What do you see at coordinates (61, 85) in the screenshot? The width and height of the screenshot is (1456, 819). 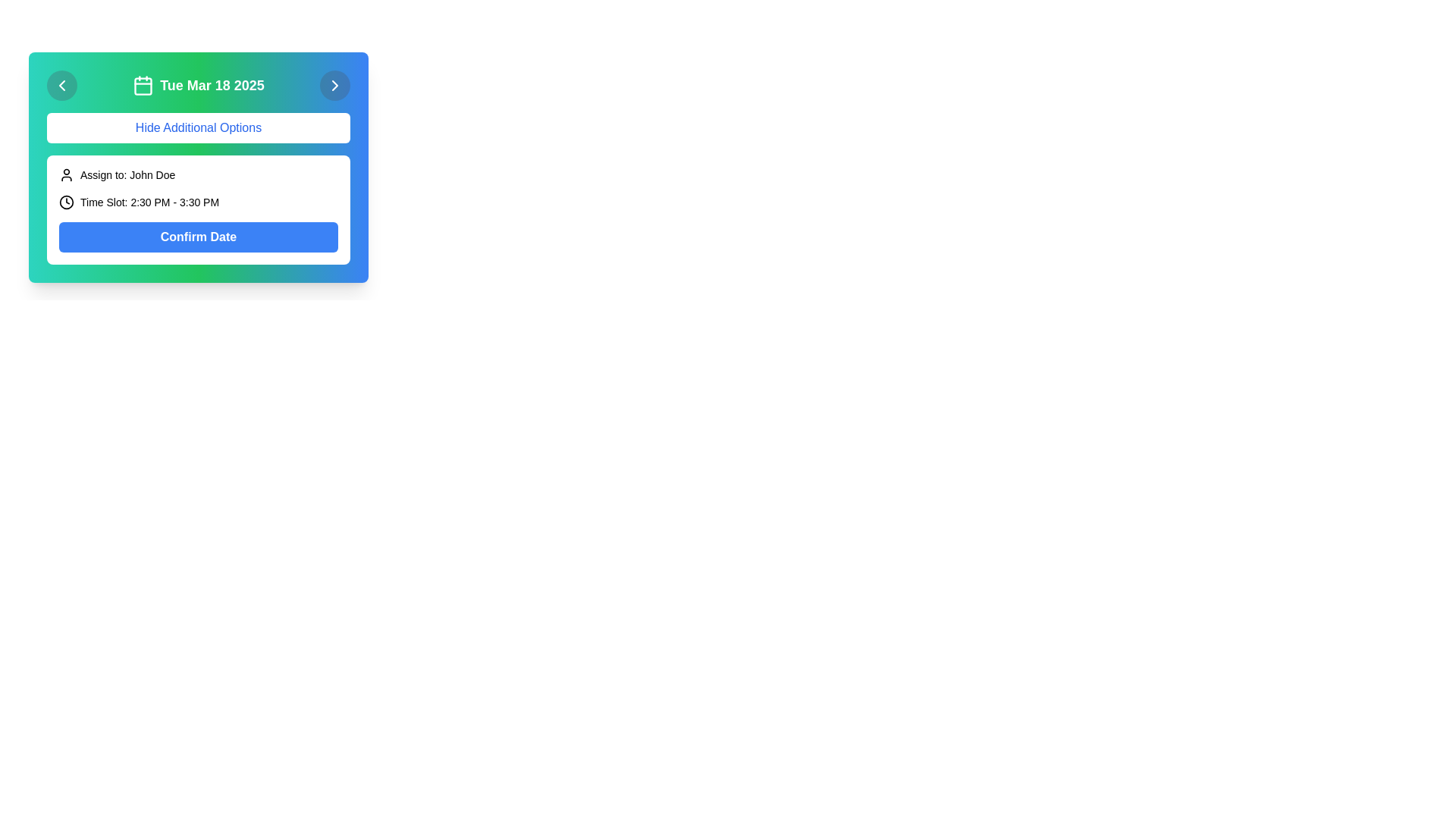 I see `the left-pointing chevron icon with a white stroke within the rounded button on the green gradient background` at bounding box center [61, 85].